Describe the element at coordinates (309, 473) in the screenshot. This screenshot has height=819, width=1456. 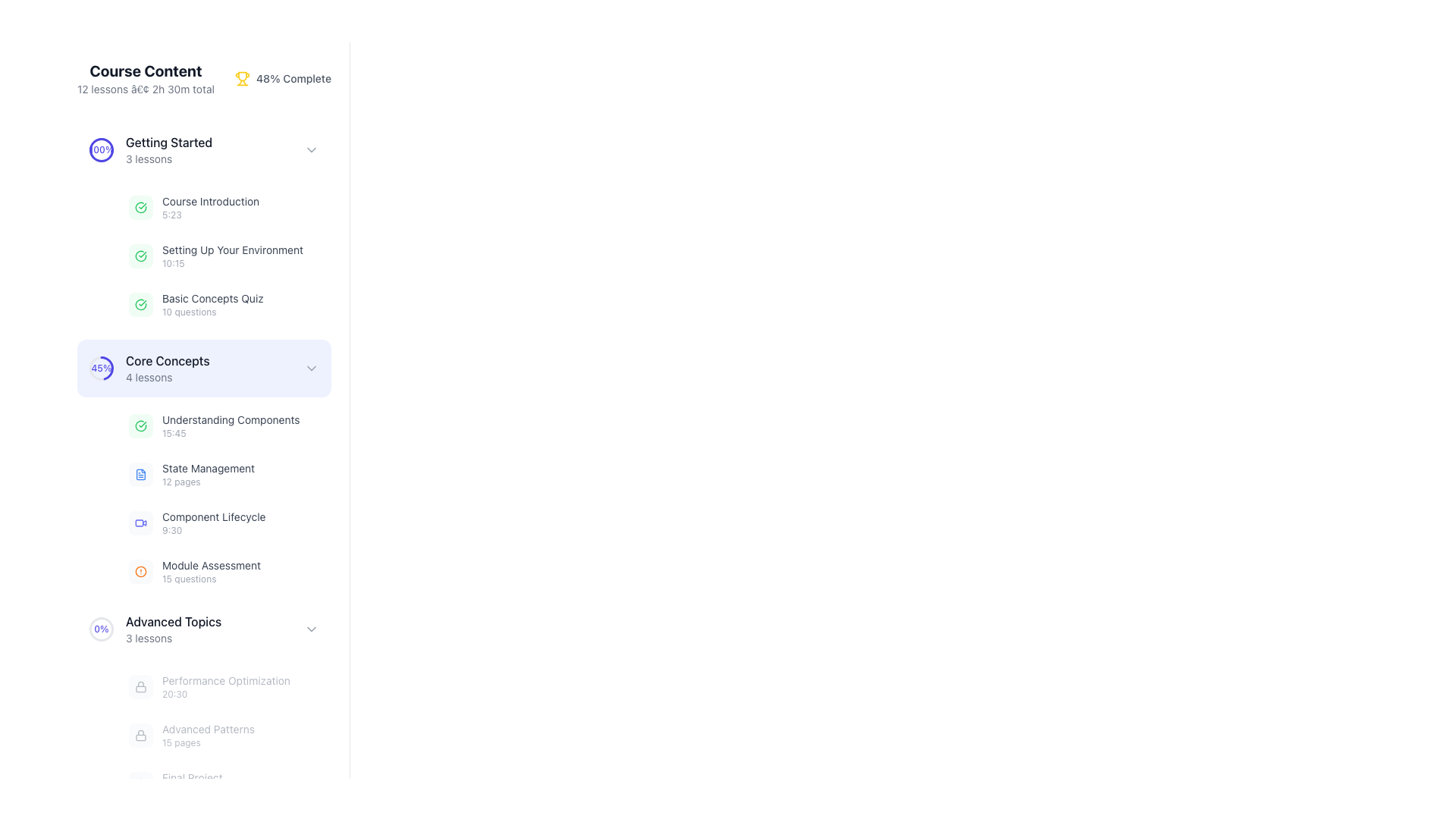
I see `the small, circular play button located on the right-hand side of the 'State Management' row in the 'Core Concepts' section` at that location.